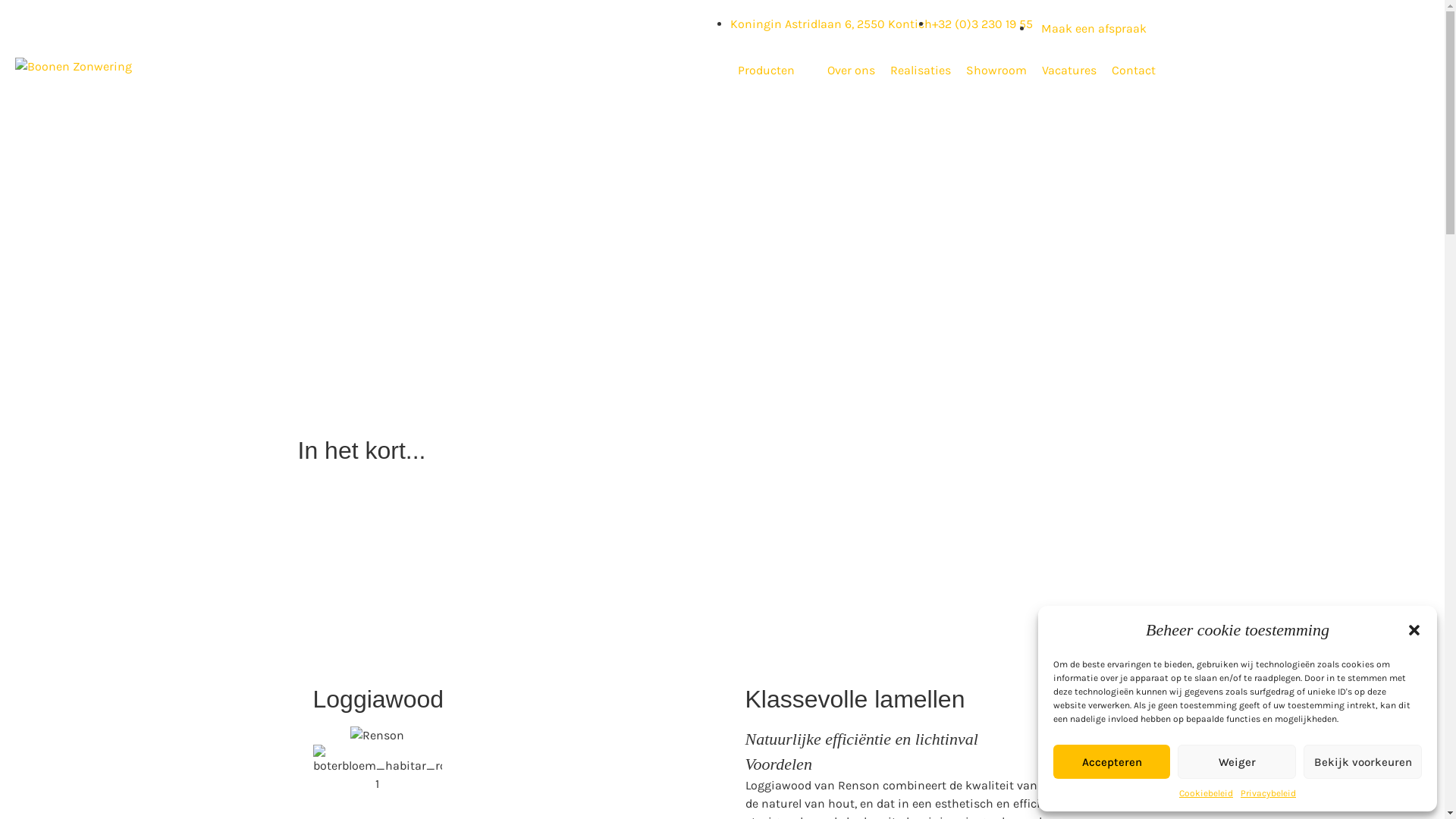 The image size is (1456, 819). What do you see at coordinates (1177, 761) in the screenshot?
I see `'Weiger'` at bounding box center [1177, 761].